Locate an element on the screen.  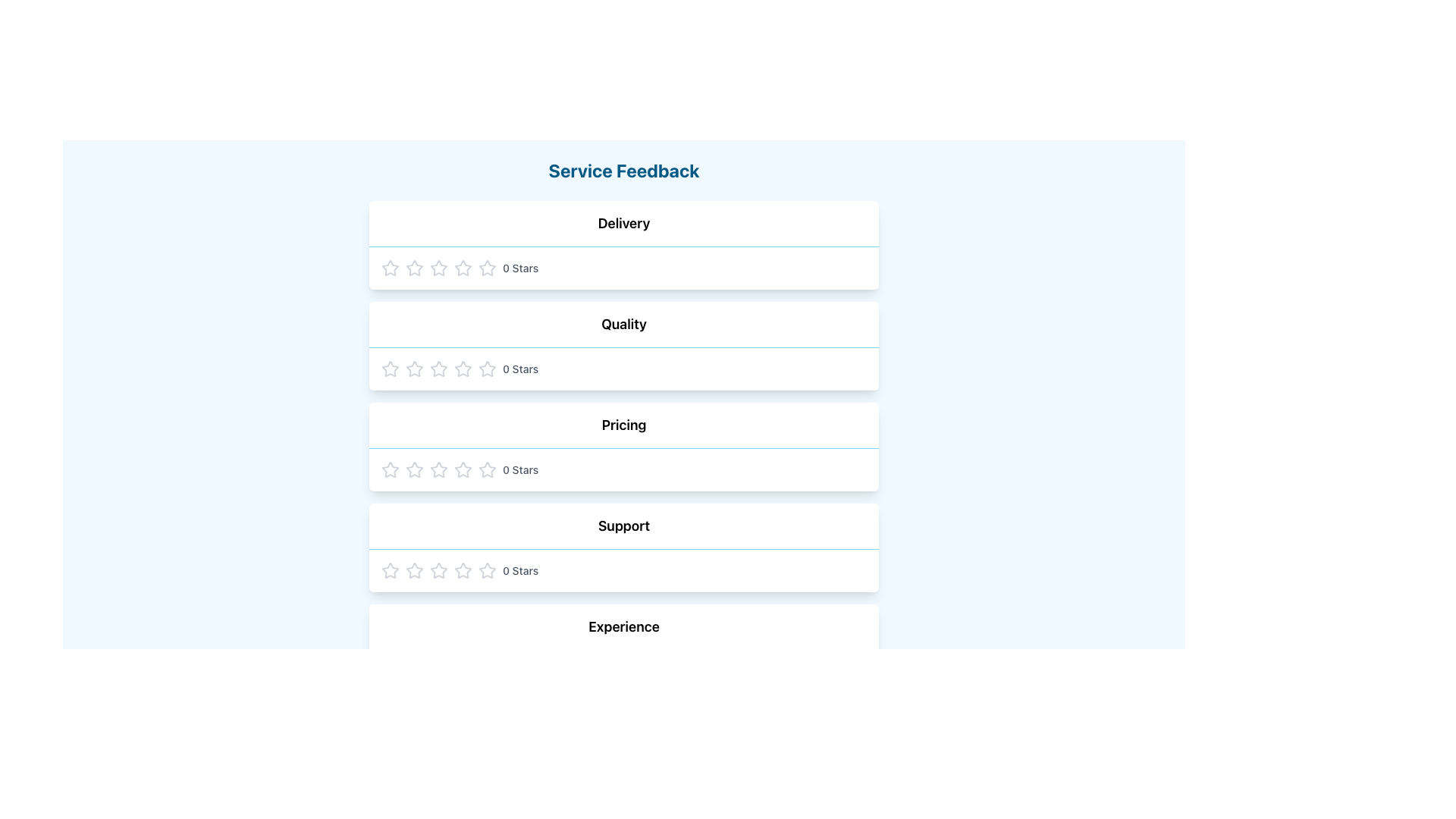
the second inactive Rating Star Icon in the Support row is located at coordinates (462, 570).